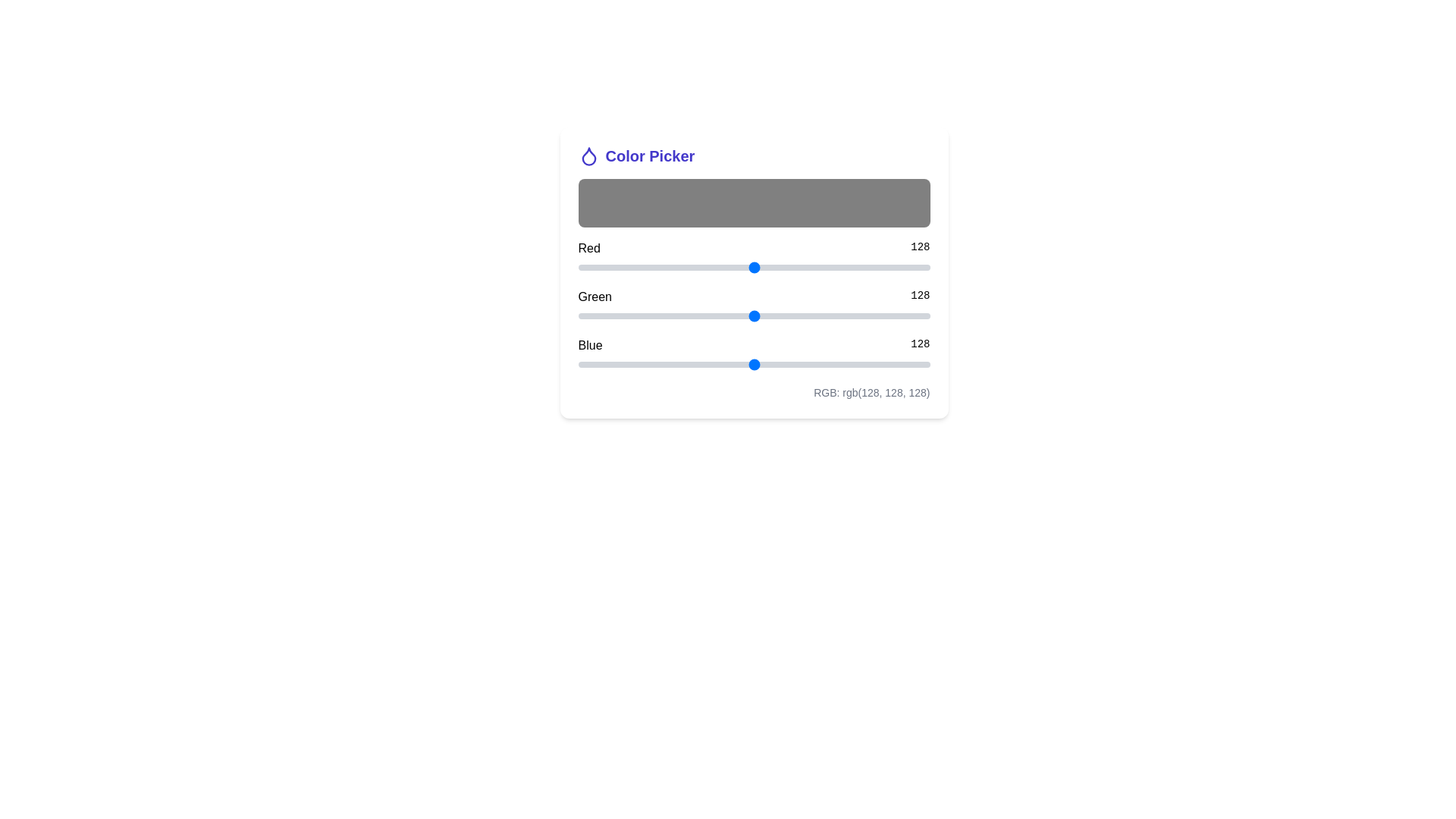 This screenshot has width=1456, height=819. What do you see at coordinates (690, 315) in the screenshot?
I see `the Green slider to set the green component to 82` at bounding box center [690, 315].